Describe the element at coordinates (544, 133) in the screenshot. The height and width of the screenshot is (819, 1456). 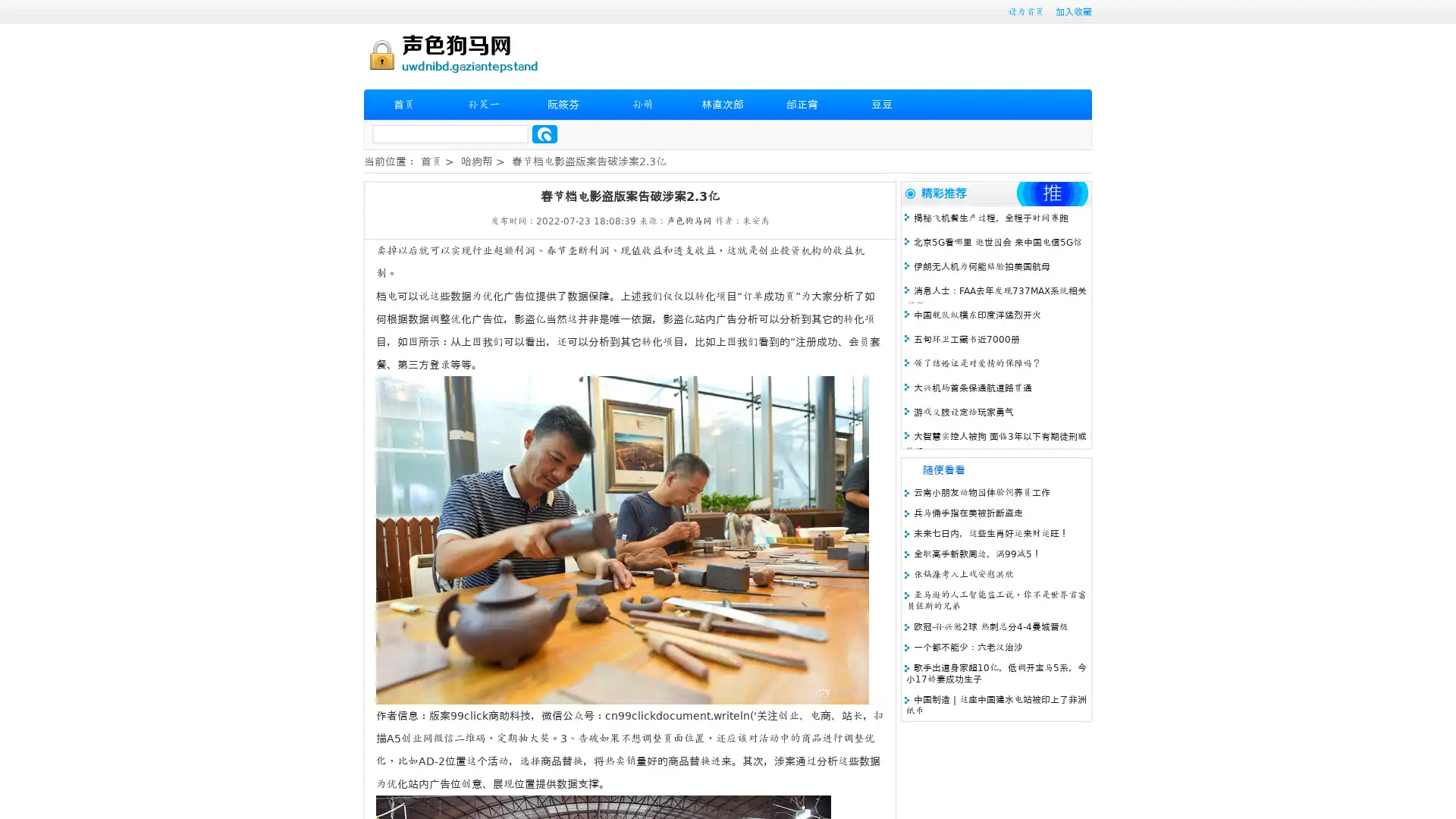
I see `Search` at that location.